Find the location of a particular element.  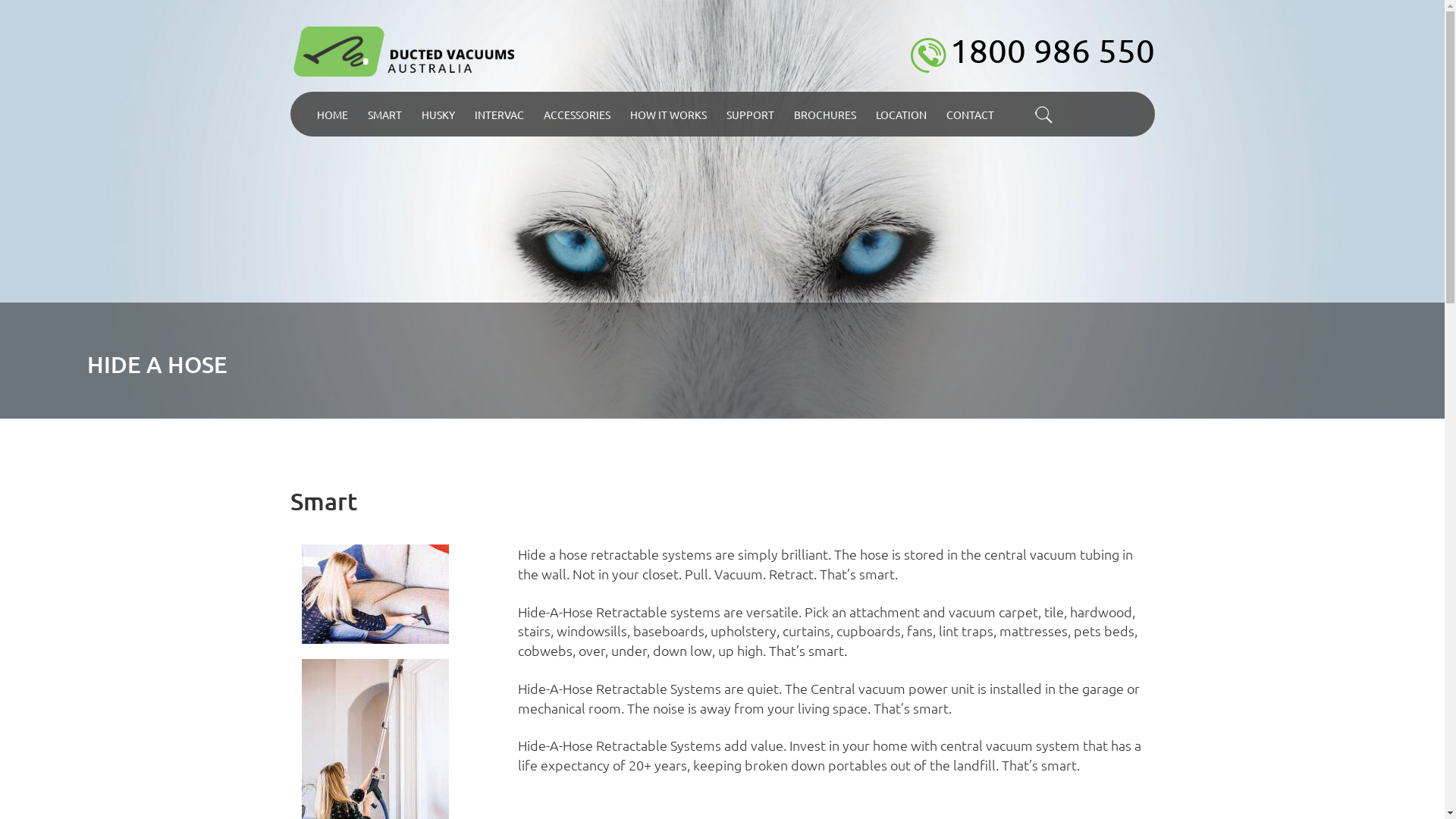

'CONTACT' is located at coordinates (968, 113).